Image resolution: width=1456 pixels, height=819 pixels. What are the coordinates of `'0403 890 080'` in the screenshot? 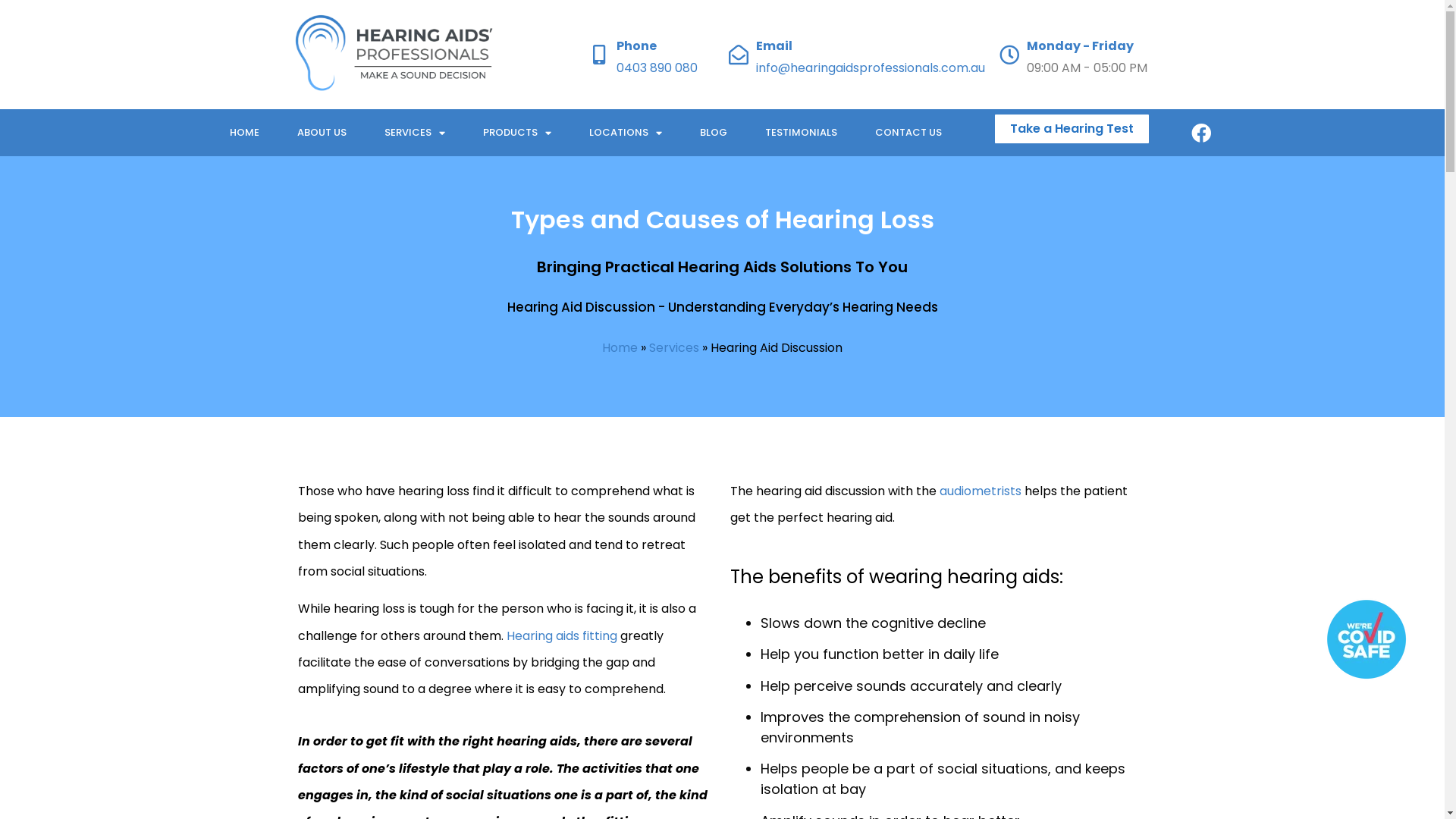 It's located at (656, 67).